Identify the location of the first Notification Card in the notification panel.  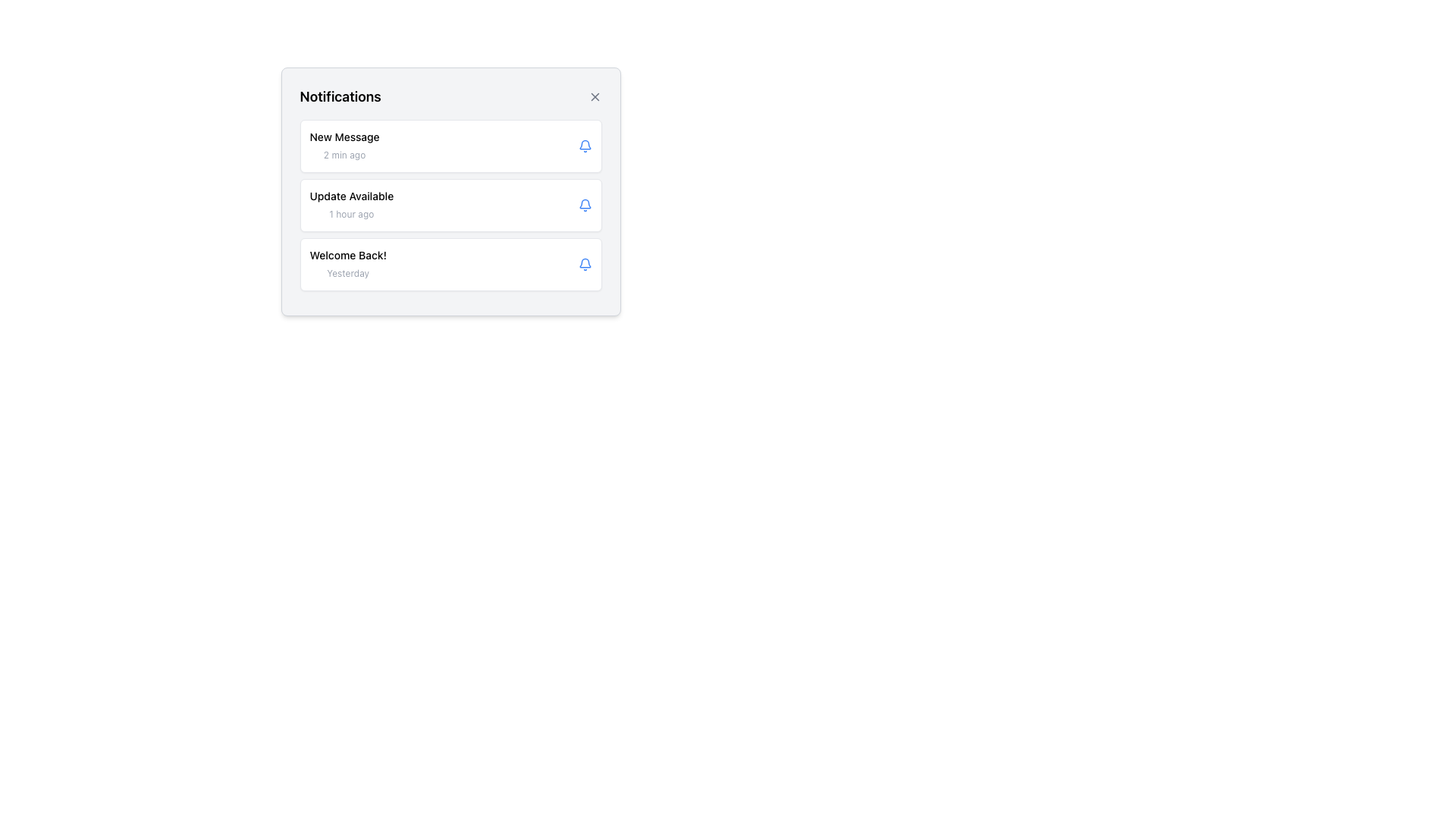
(450, 146).